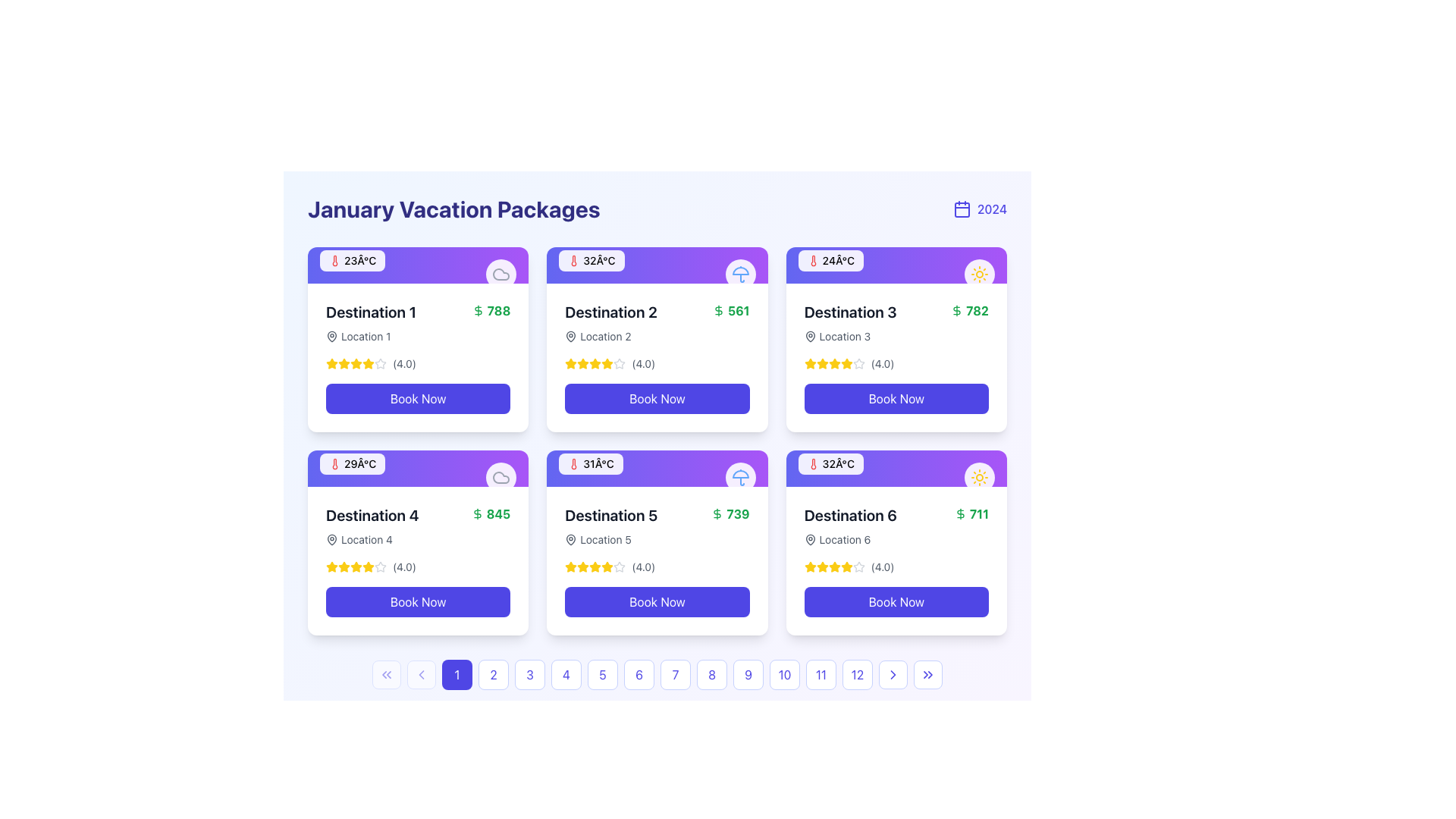 The image size is (1456, 819). I want to click on the text label denoting the monetary value '711' associated with the 'Destination 6' vacation package, located at the bottom-right segment of its card, aligned with a green dollar icon, so click(979, 513).